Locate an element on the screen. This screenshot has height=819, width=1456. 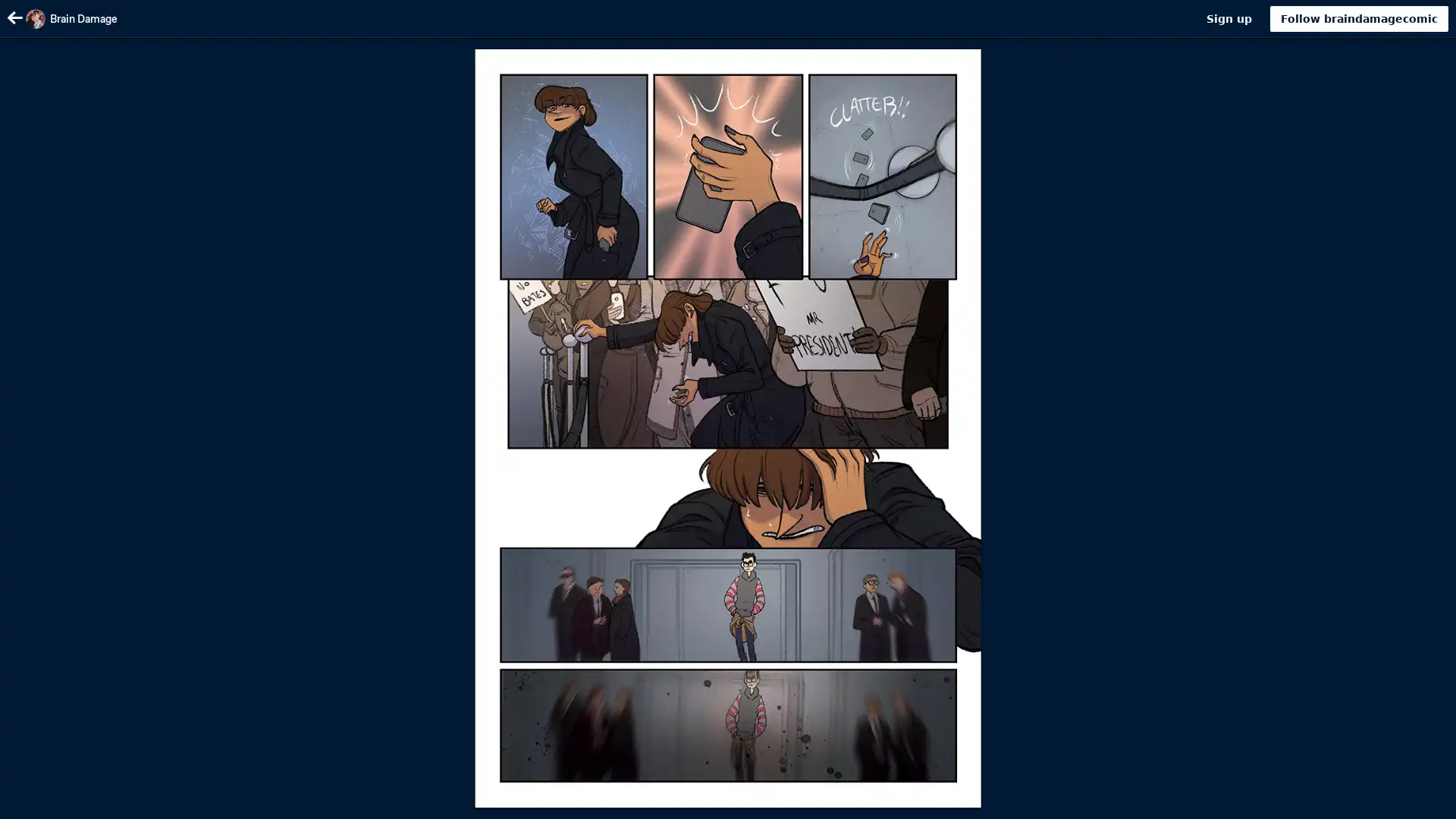
Scroll to top is located at coordinates (1426, 802).